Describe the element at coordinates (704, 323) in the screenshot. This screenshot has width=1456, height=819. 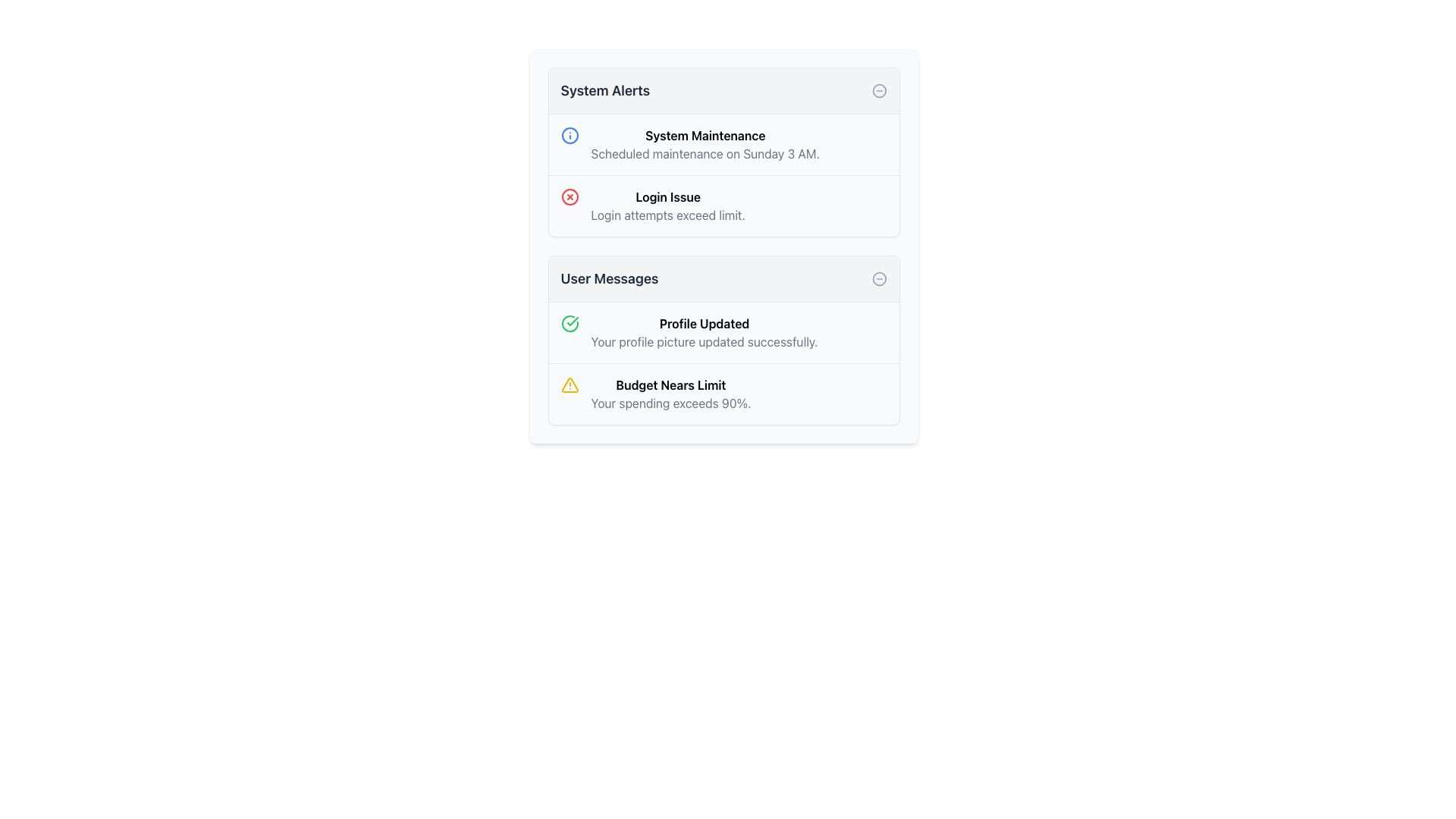
I see `text label that displays 'Profile Updated' in the second notification card under 'User Messages', which is styled in bold and indicates a successful update with a green checkmark icon to its left` at that location.